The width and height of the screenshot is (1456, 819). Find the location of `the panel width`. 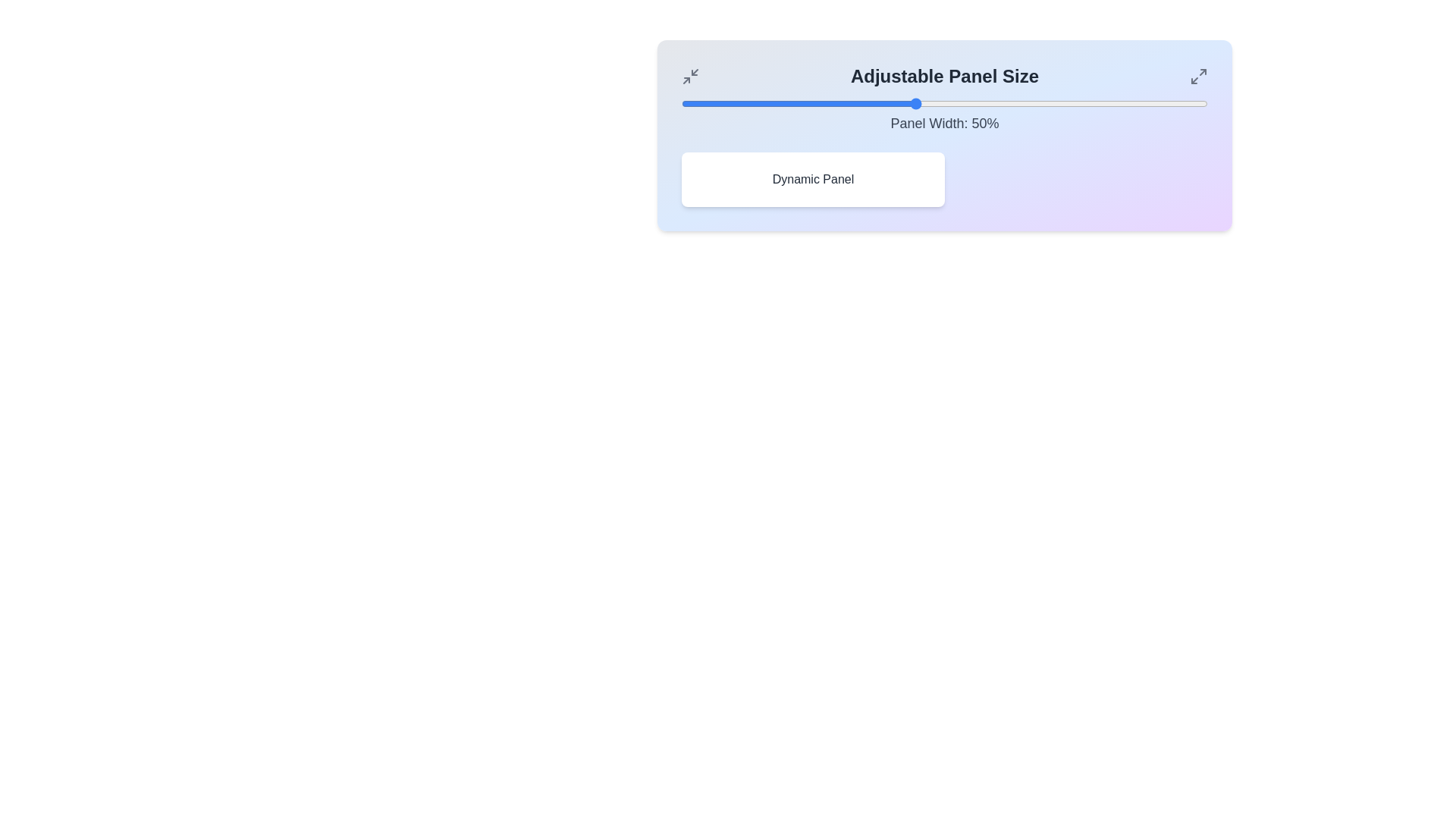

the panel width is located at coordinates (809, 103).